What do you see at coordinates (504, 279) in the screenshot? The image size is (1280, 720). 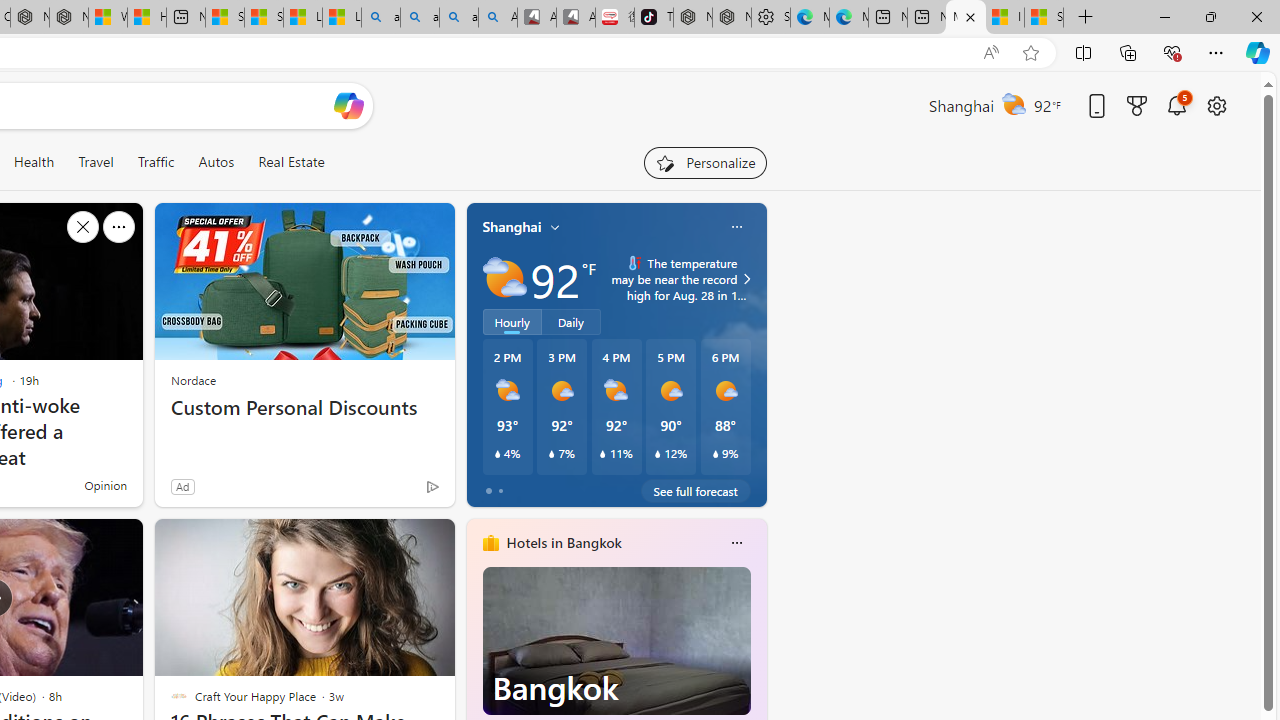 I see `'Partly sunny'` at bounding box center [504, 279].